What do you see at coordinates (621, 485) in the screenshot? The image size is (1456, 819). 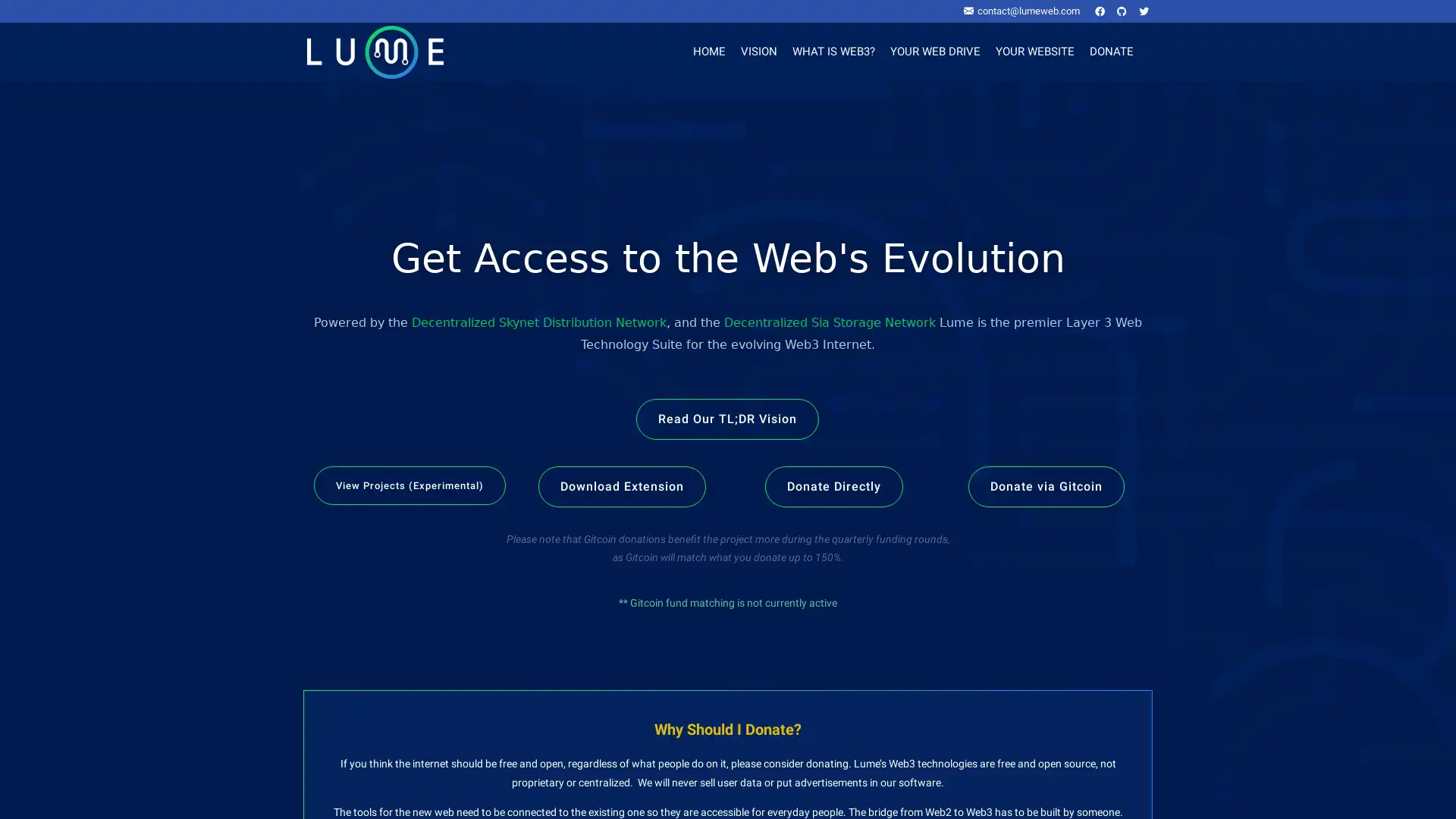 I see `Download Extension` at bounding box center [621, 485].